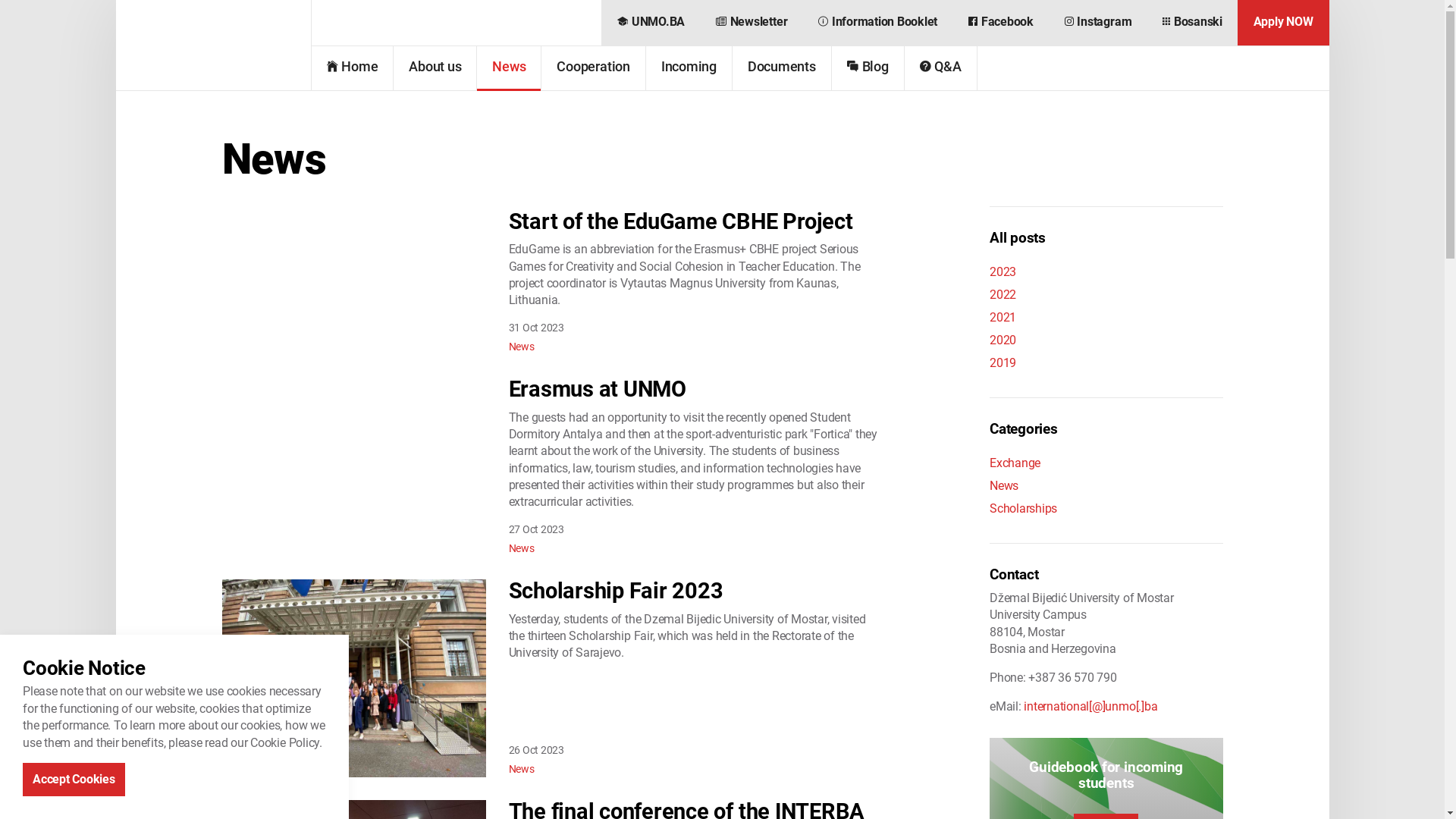  I want to click on 'Information Booklet', so click(877, 23).